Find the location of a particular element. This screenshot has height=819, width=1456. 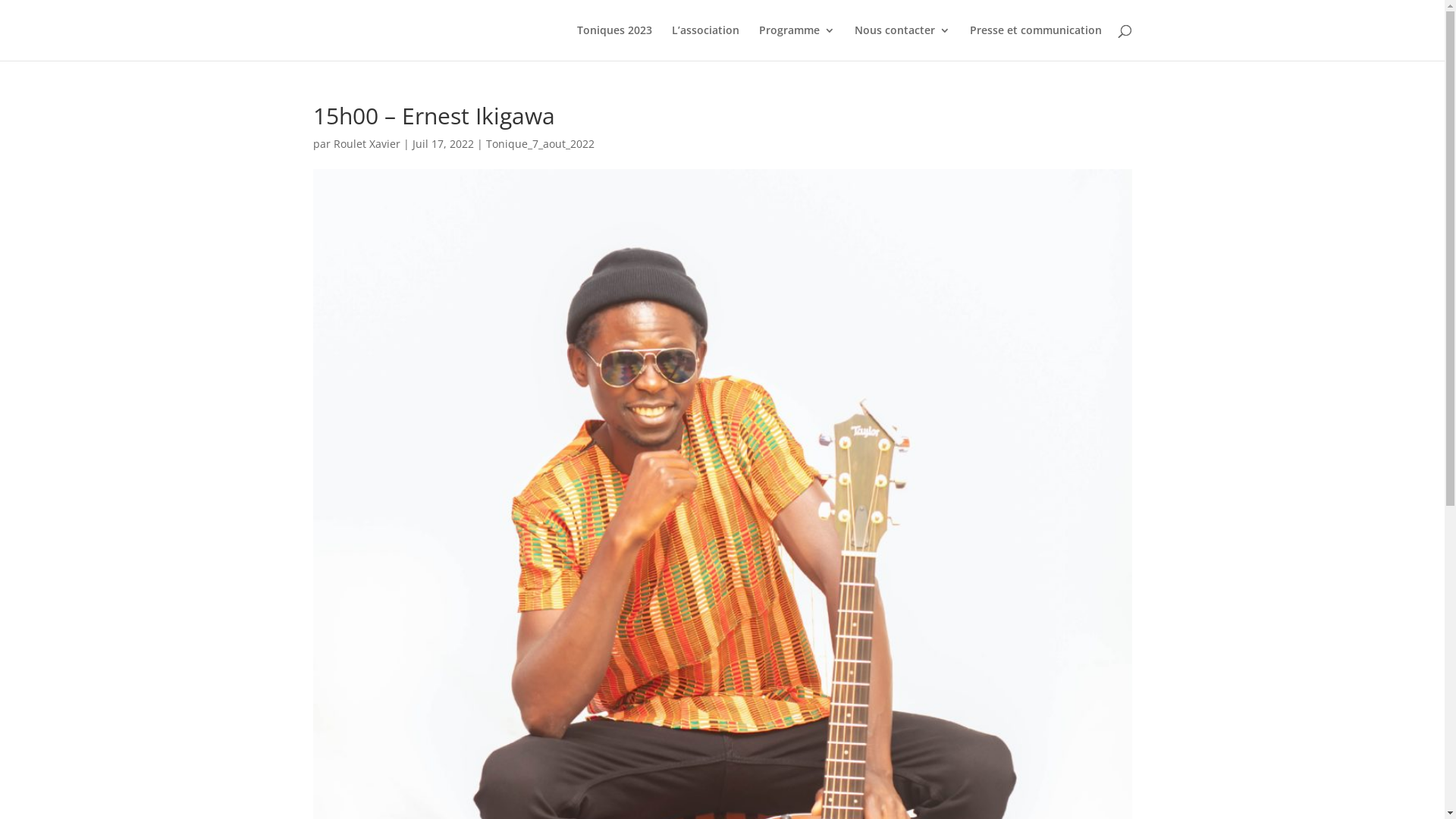

'Tonique_7_aout_2022' is located at coordinates (484, 143).